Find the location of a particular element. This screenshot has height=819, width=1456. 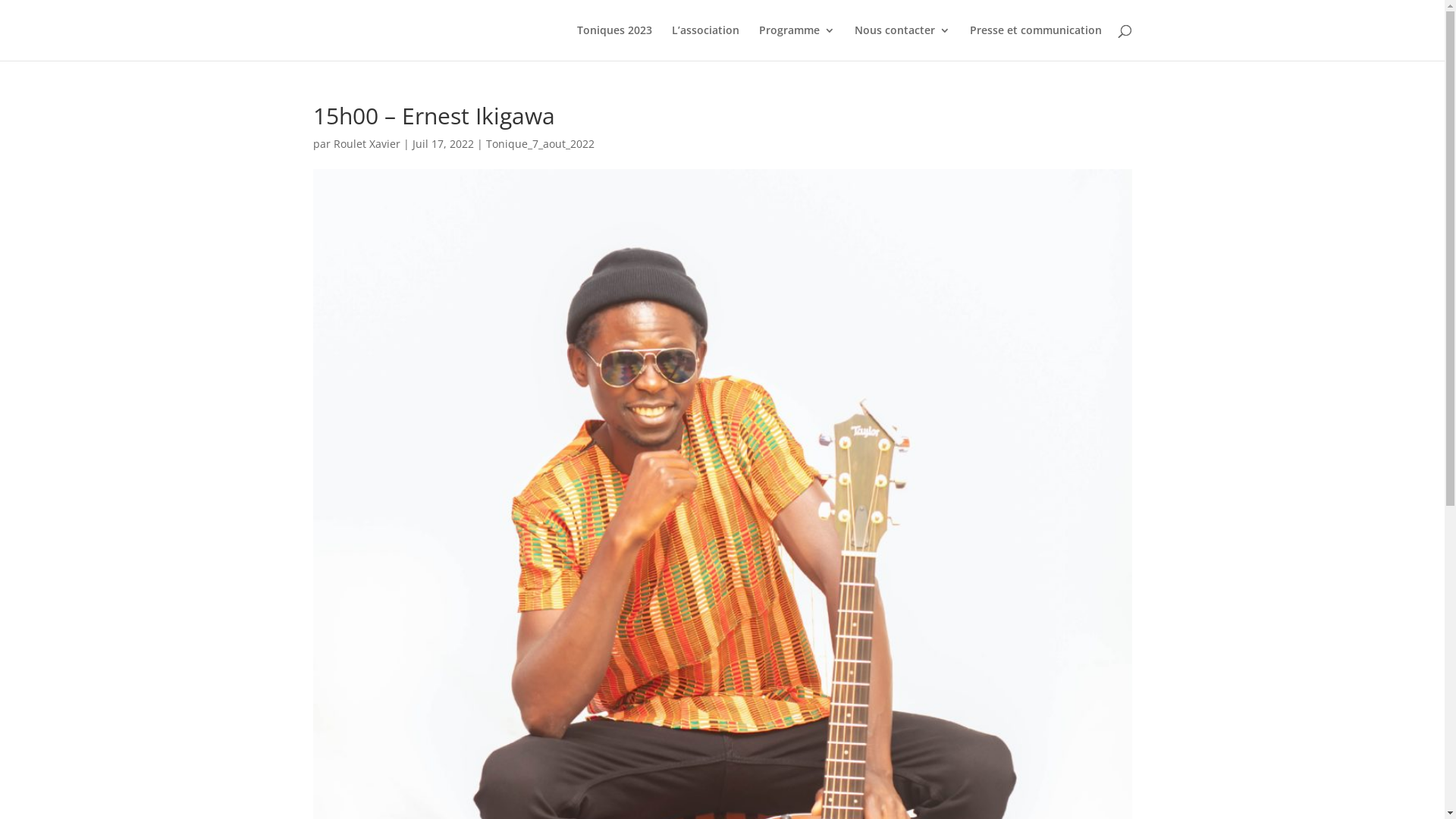

'Tonique_7_aout_2022' is located at coordinates (484, 143).